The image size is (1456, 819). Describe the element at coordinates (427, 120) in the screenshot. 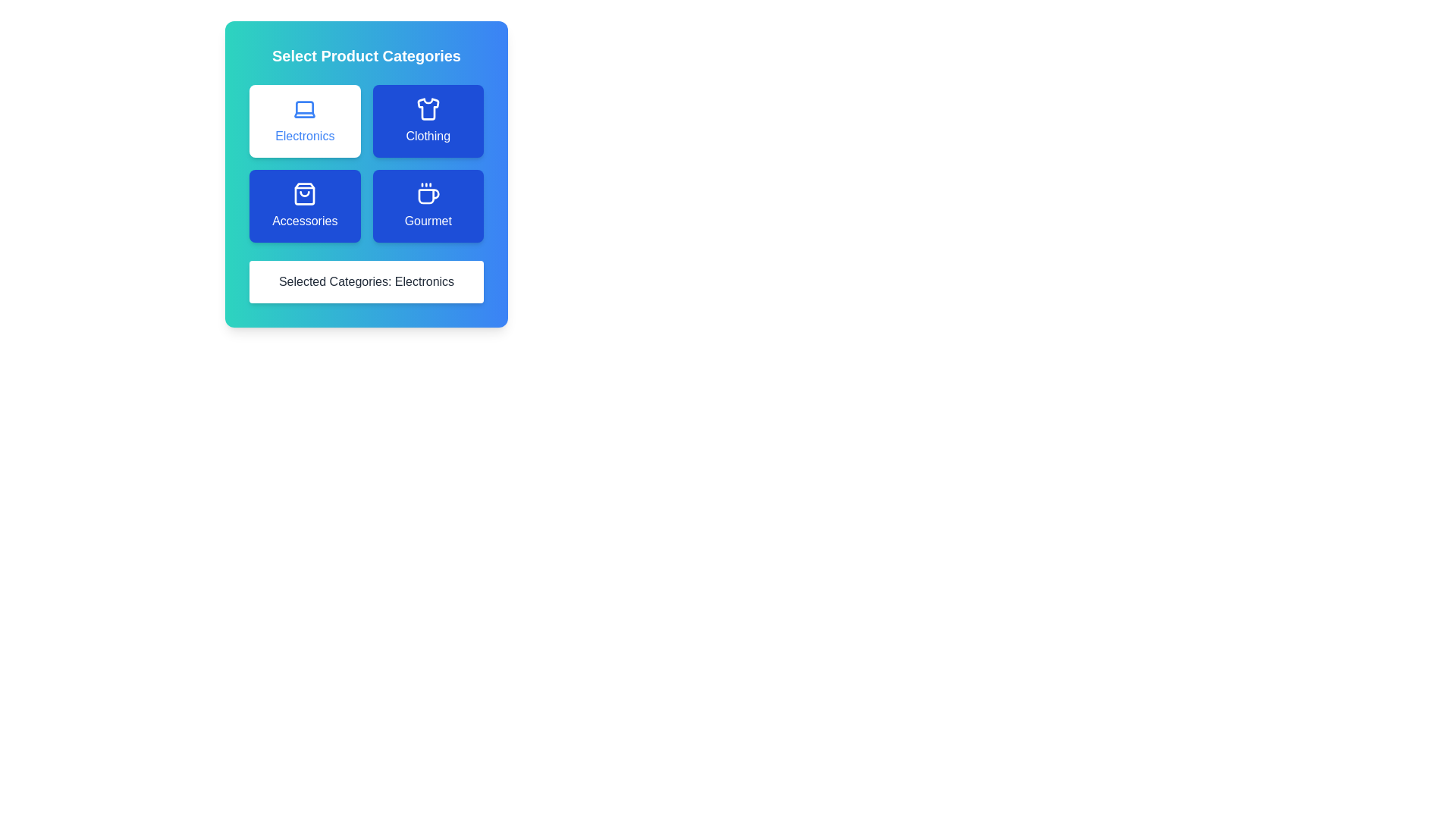

I see `the category Clothing by clicking its button` at that location.